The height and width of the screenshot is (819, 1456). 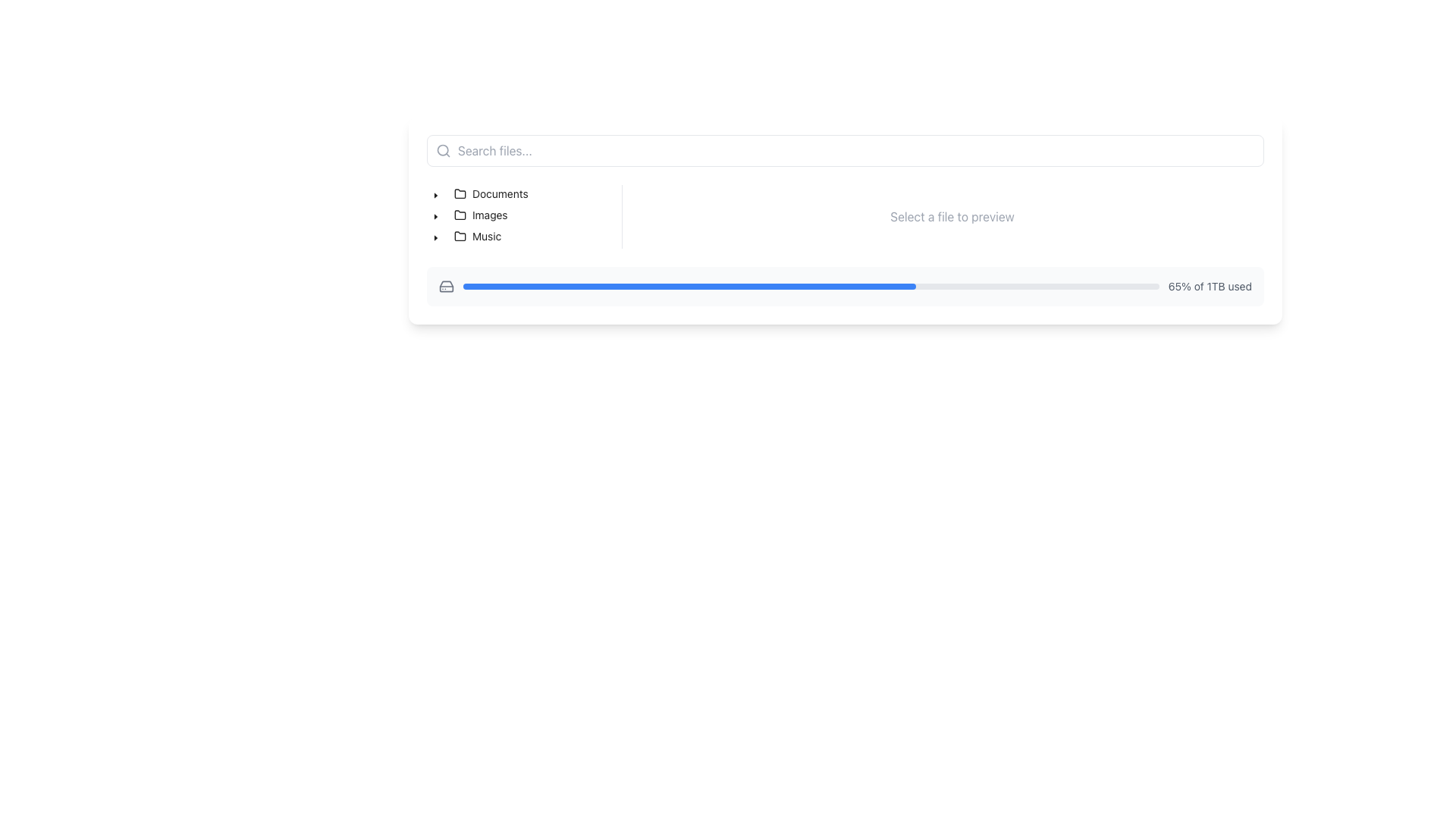 What do you see at coordinates (442, 150) in the screenshot?
I see `the SVG Circle that represents the search functionality located at the center of the left side of the search bar interface` at bounding box center [442, 150].